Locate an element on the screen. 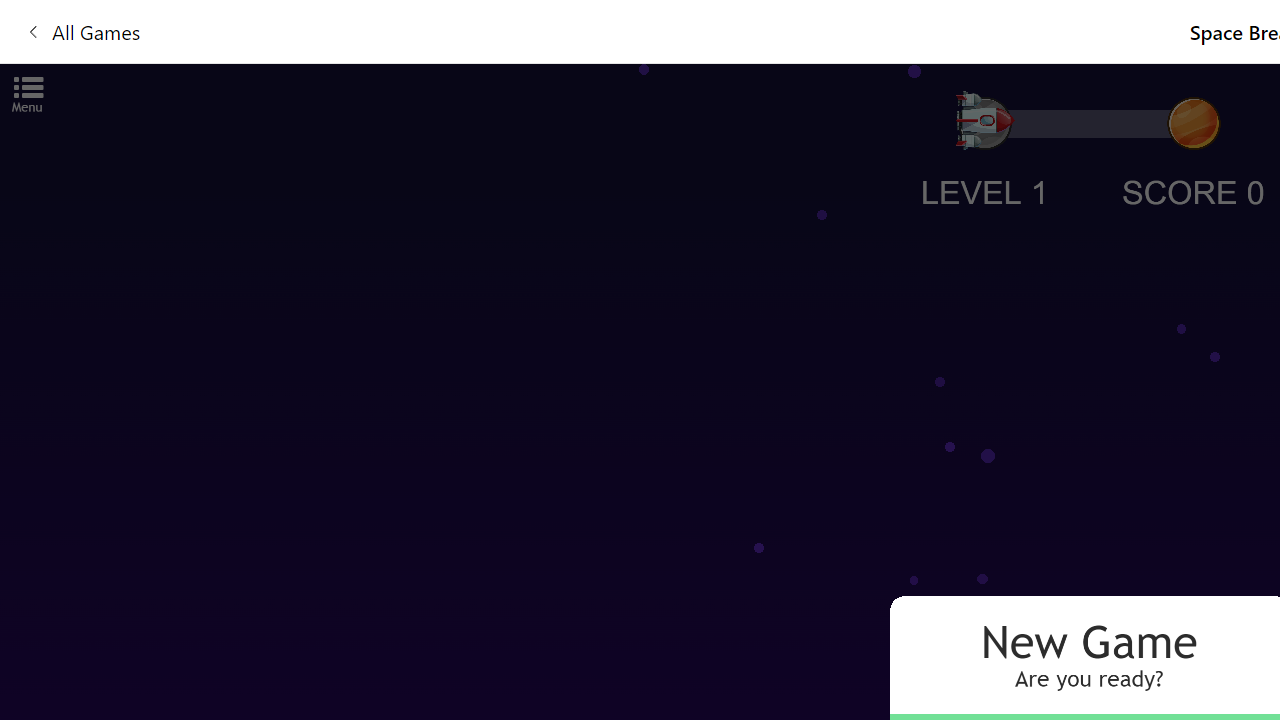 The height and width of the screenshot is (720, 1280). 'All Games' is located at coordinates (81, 31).